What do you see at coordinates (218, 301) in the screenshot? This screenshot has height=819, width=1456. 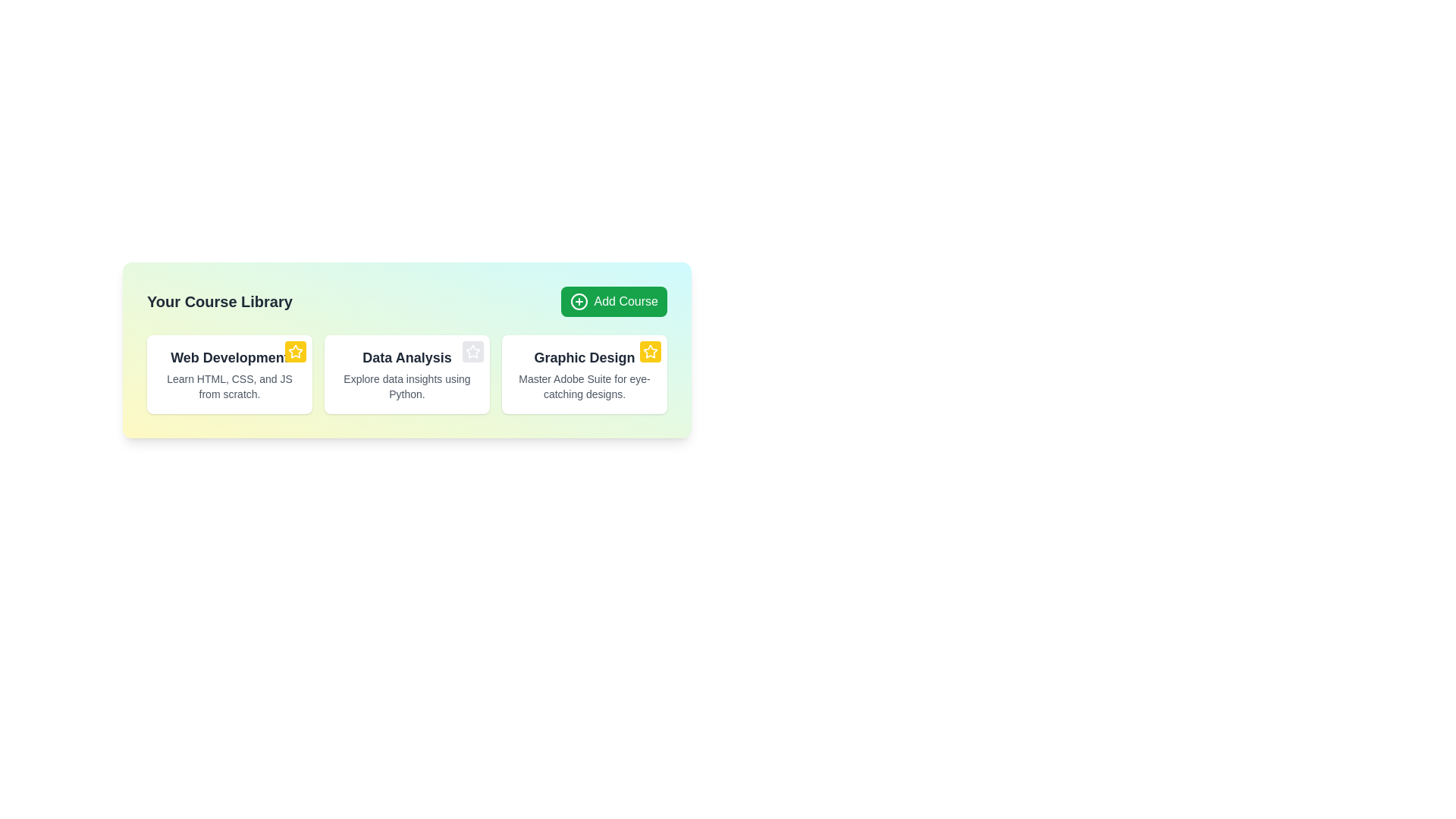 I see `the text label that serves as a heading for the course library, located to the left of the 'Add Course' button` at bounding box center [218, 301].